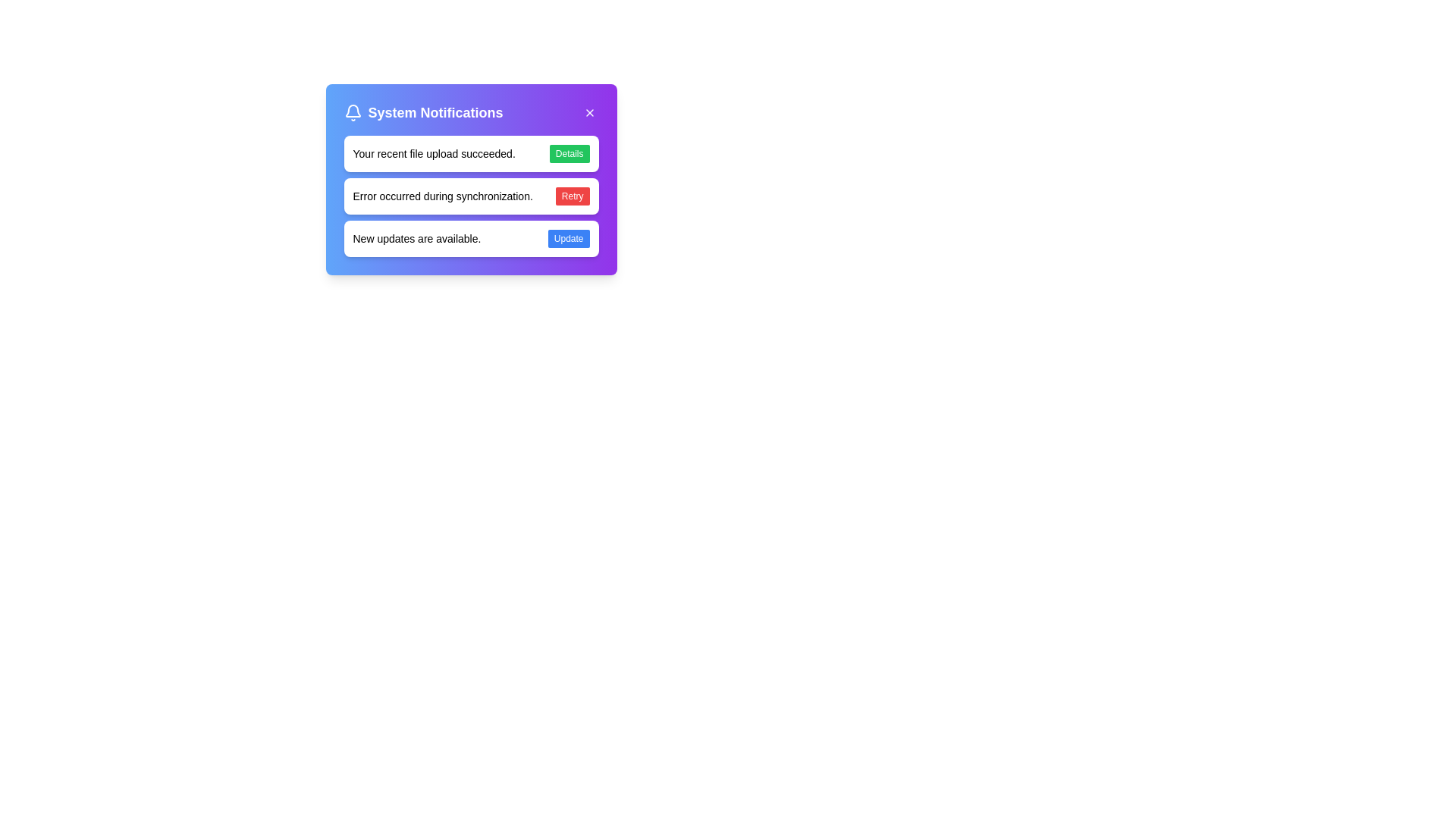 This screenshot has height=819, width=1456. Describe the element at coordinates (470, 112) in the screenshot. I see `header text 'System Notifications' displayed in the header section of the notification card, which is characterized by a gradient background and includes a bell icon on the left and a close button on the right` at that location.